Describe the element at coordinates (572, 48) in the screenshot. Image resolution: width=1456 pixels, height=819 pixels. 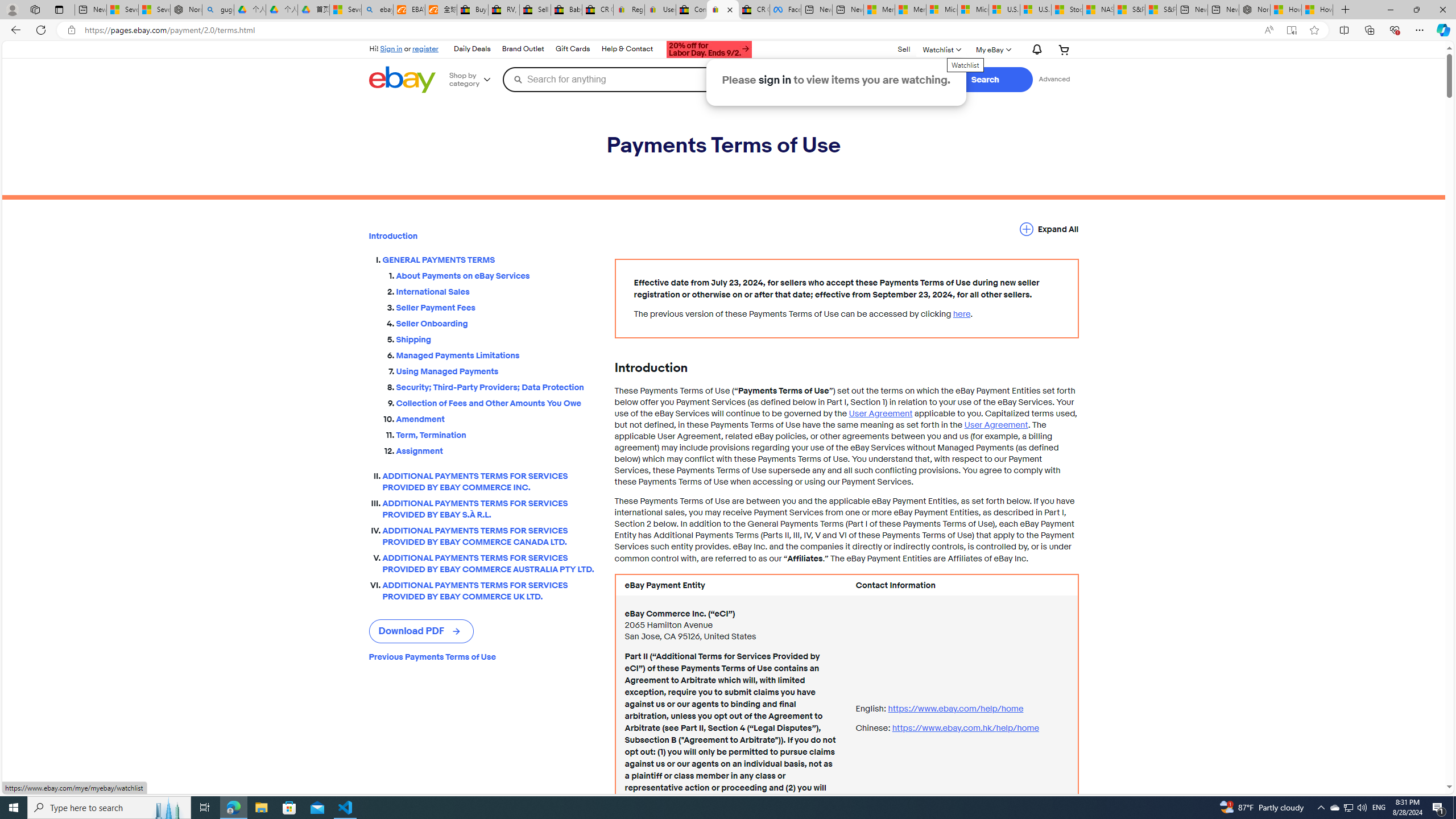
I see `'Gift Cards'` at that location.